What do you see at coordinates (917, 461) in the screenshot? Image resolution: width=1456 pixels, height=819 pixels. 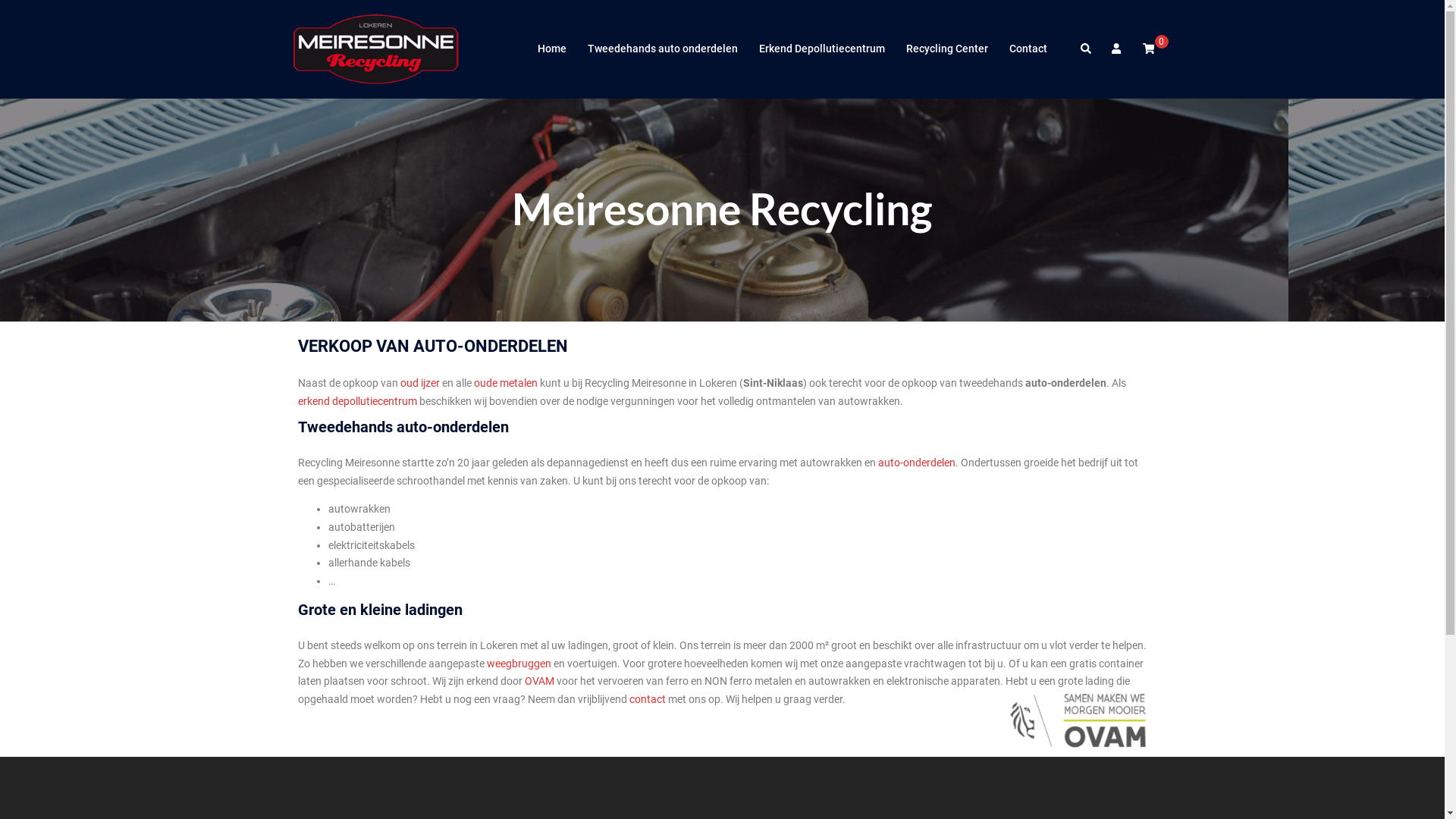 I see `'auto-onderdelen.'` at bounding box center [917, 461].